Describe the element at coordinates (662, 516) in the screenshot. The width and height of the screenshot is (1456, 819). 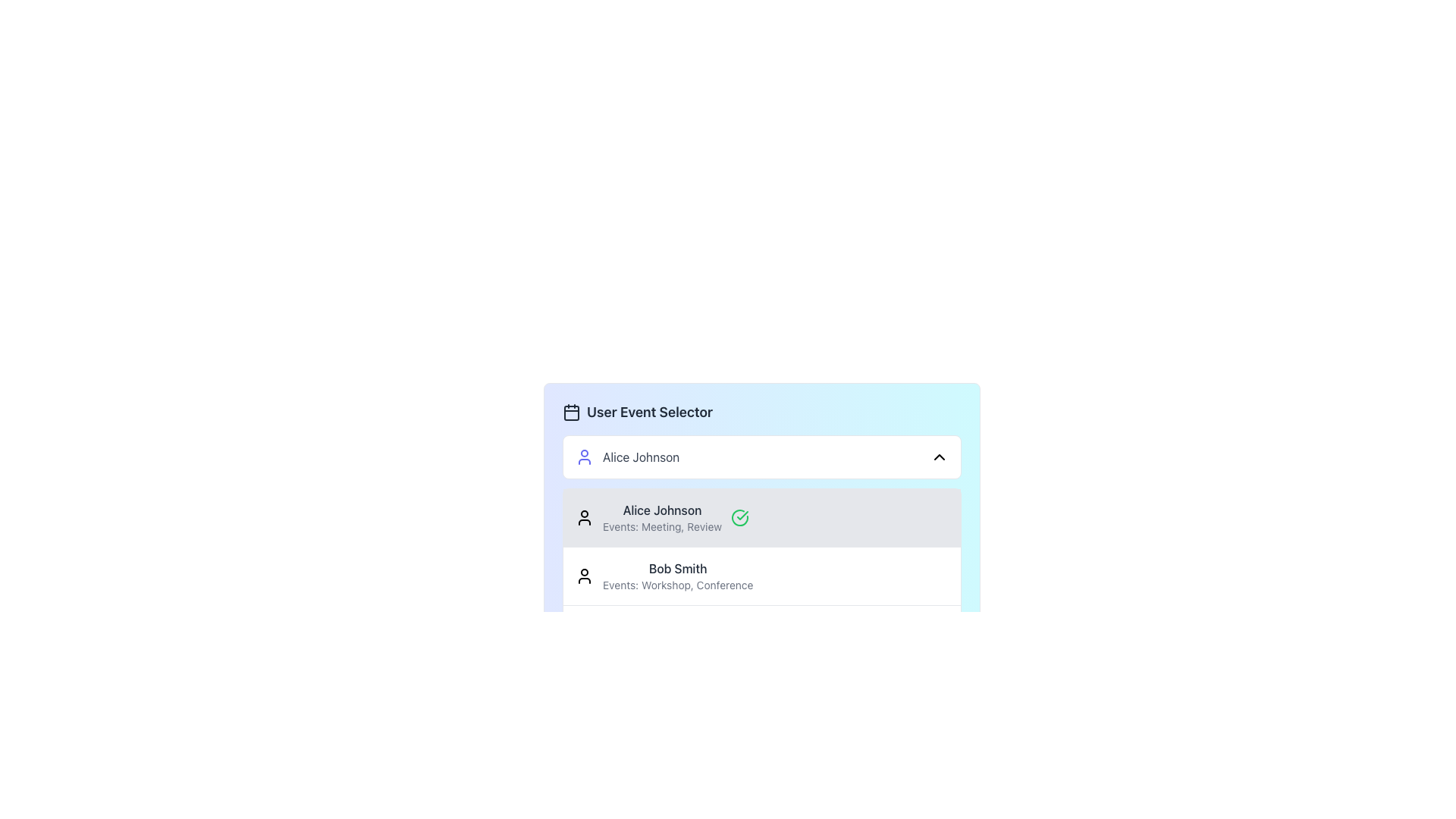
I see `the text block displaying the name 'Alice Johnson' in the second list item of the user selection dropdown` at that location.